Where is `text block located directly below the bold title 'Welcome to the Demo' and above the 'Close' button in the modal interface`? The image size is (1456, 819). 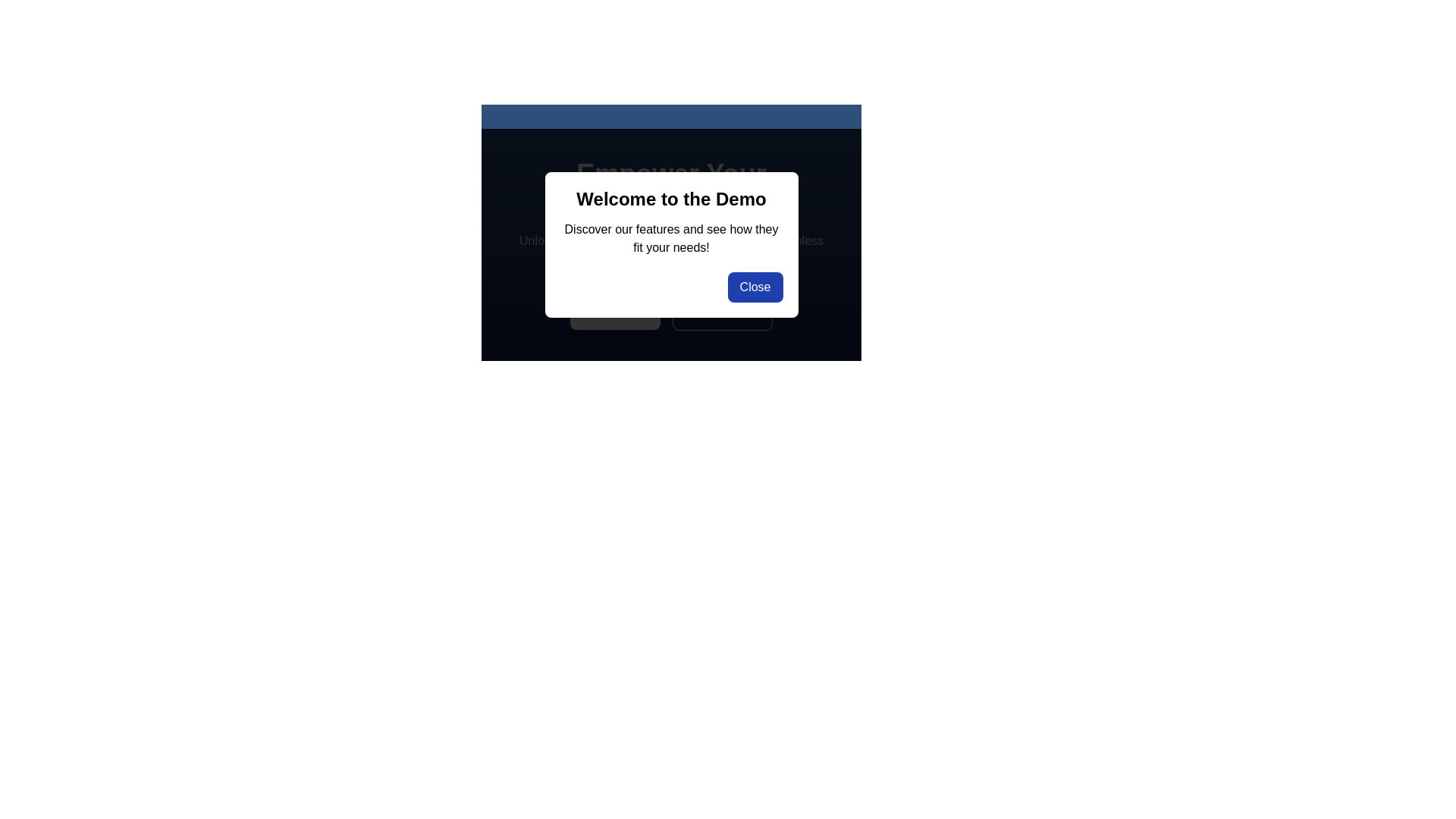
text block located directly below the bold title 'Welcome to the Demo' and above the 'Close' button in the modal interface is located at coordinates (670, 239).